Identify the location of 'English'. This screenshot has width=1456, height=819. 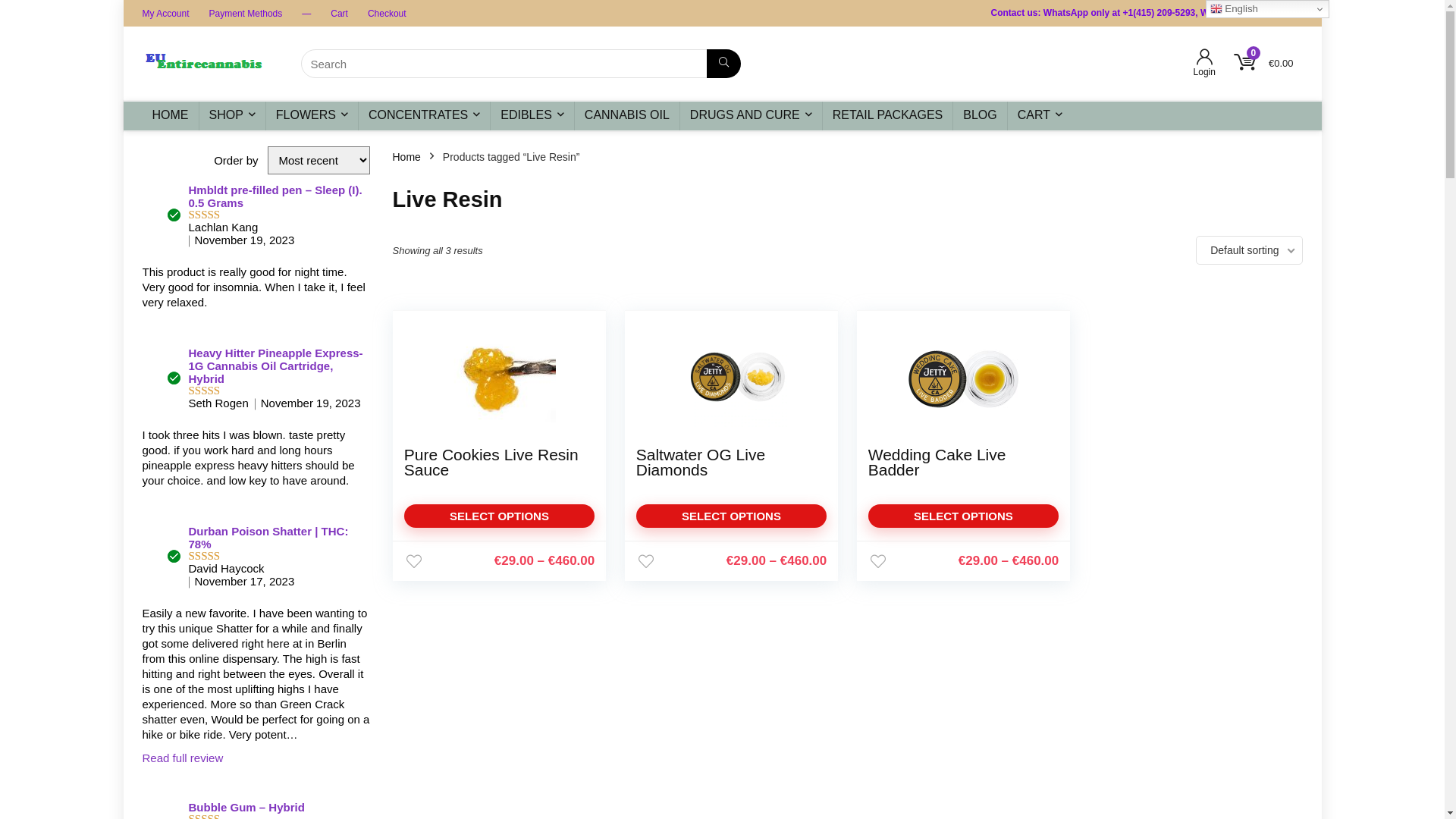
(1267, 8).